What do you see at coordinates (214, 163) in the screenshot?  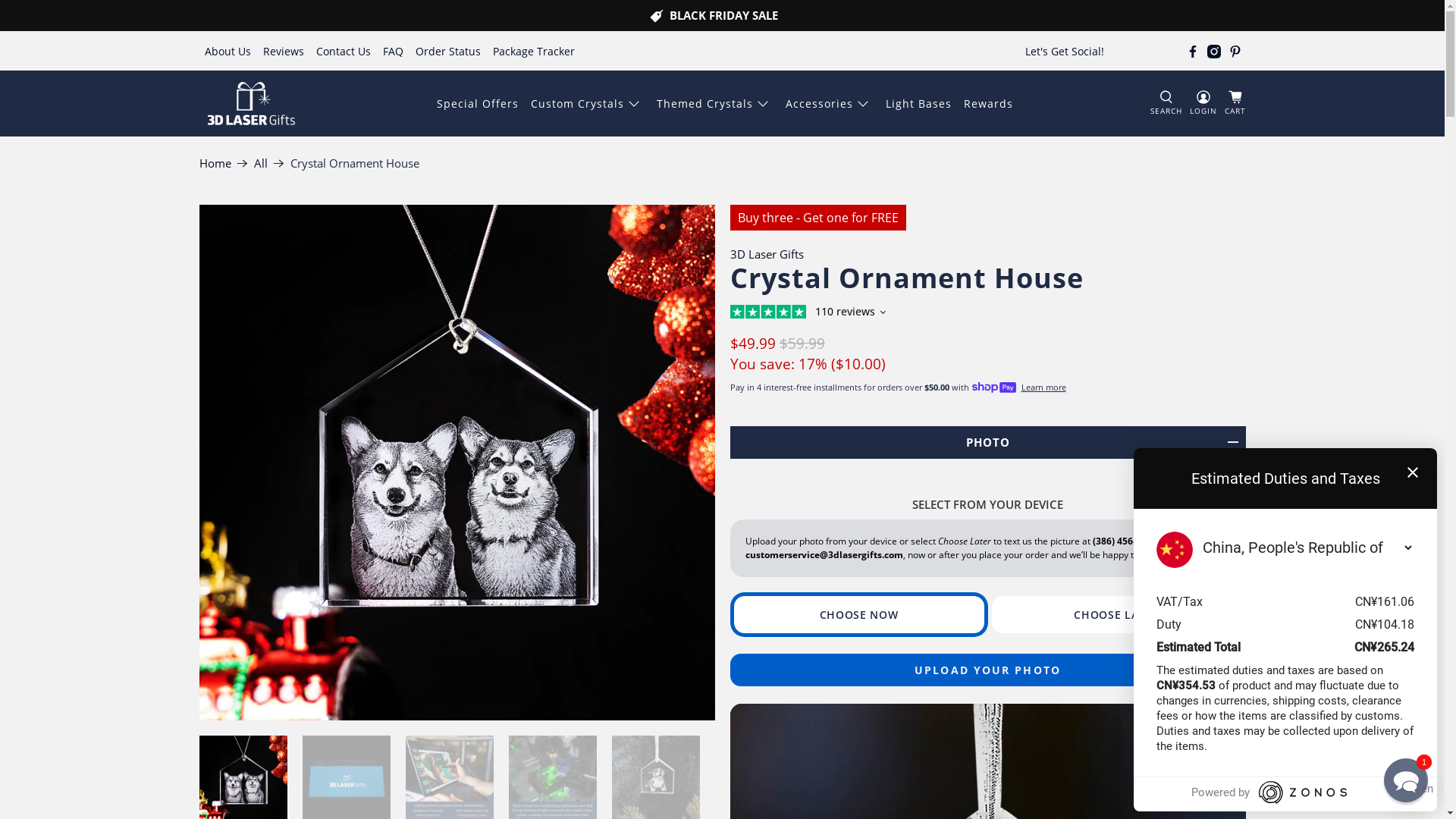 I see `'Home'` at bounding box center [214, 163].